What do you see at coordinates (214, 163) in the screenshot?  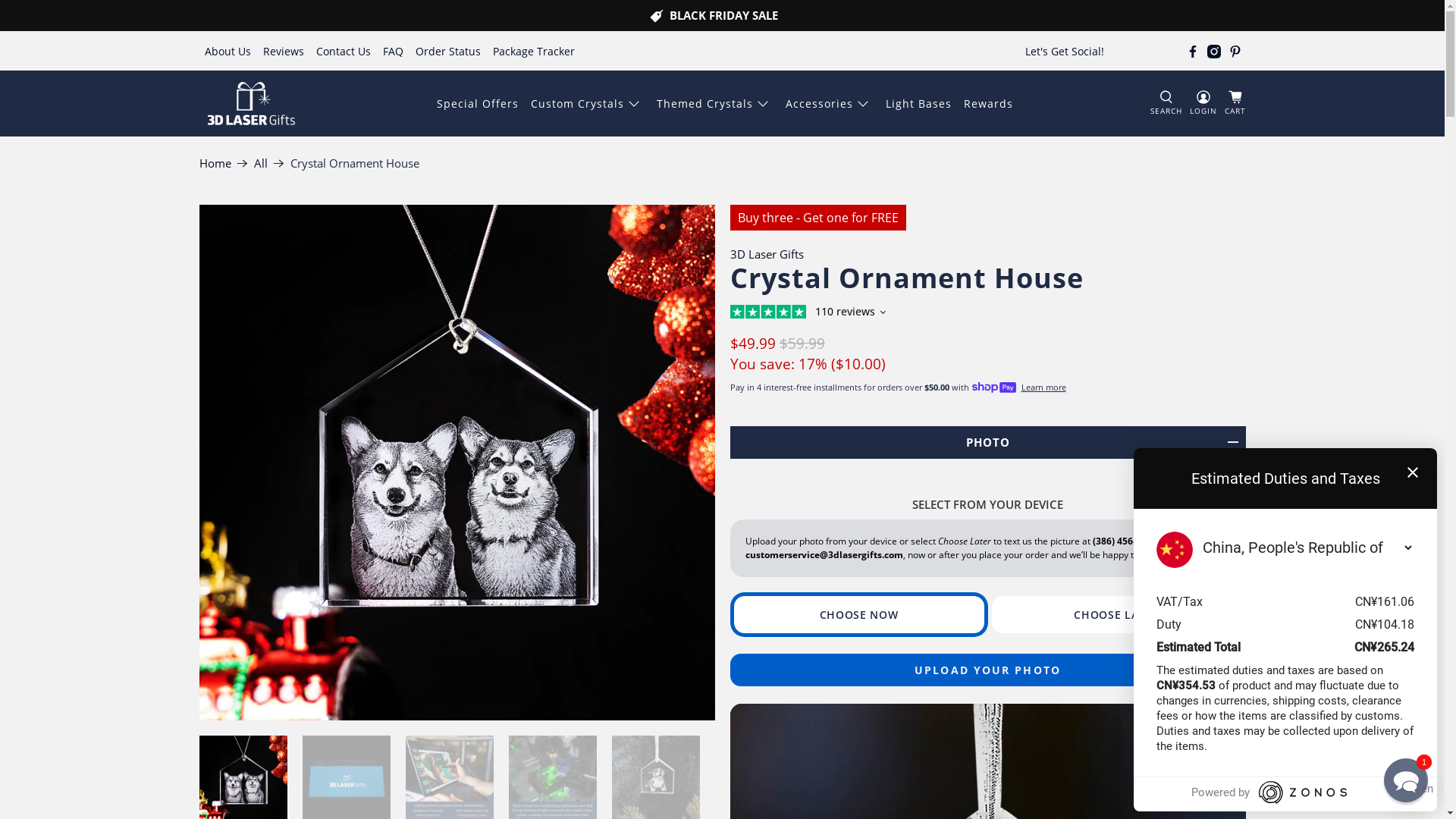 I see `'Home'` at bounding box center [214, 163].